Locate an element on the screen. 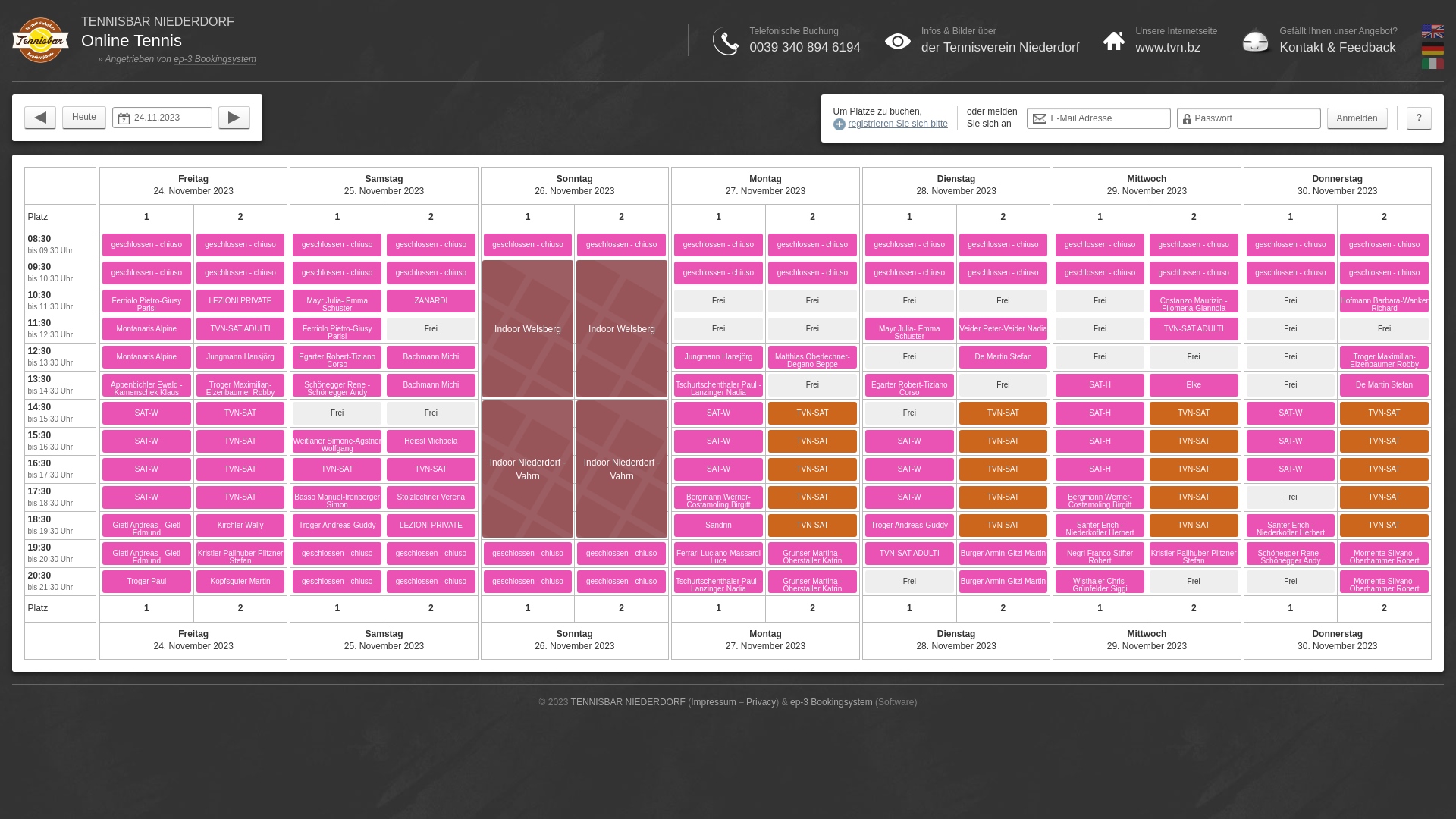 The width and height of the screenshot is (1456, 819). 'Kontakt & Feedback' is located at coordinates (1338, 46).